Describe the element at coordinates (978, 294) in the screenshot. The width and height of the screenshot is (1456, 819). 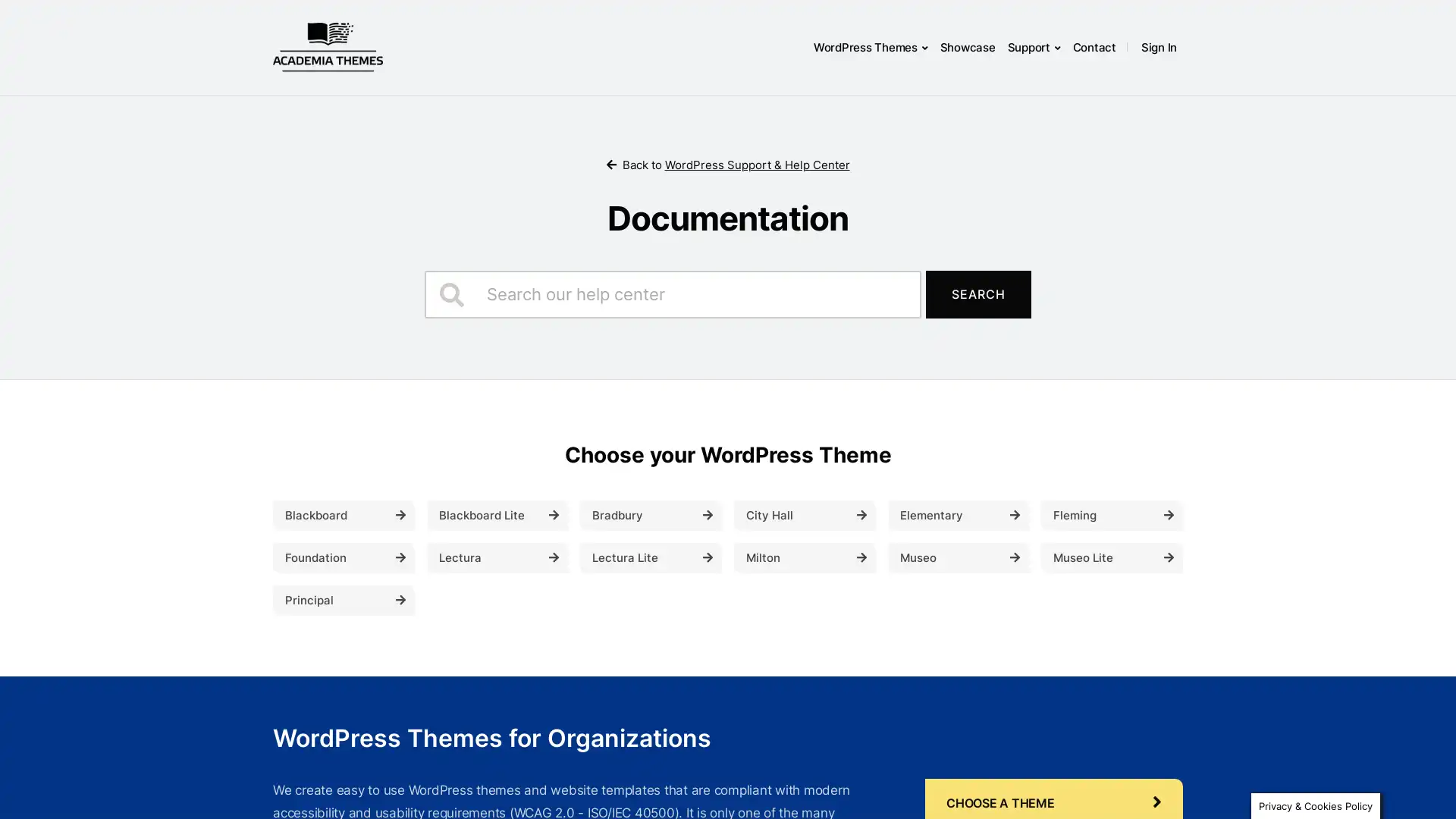
I see `Search` at that location.